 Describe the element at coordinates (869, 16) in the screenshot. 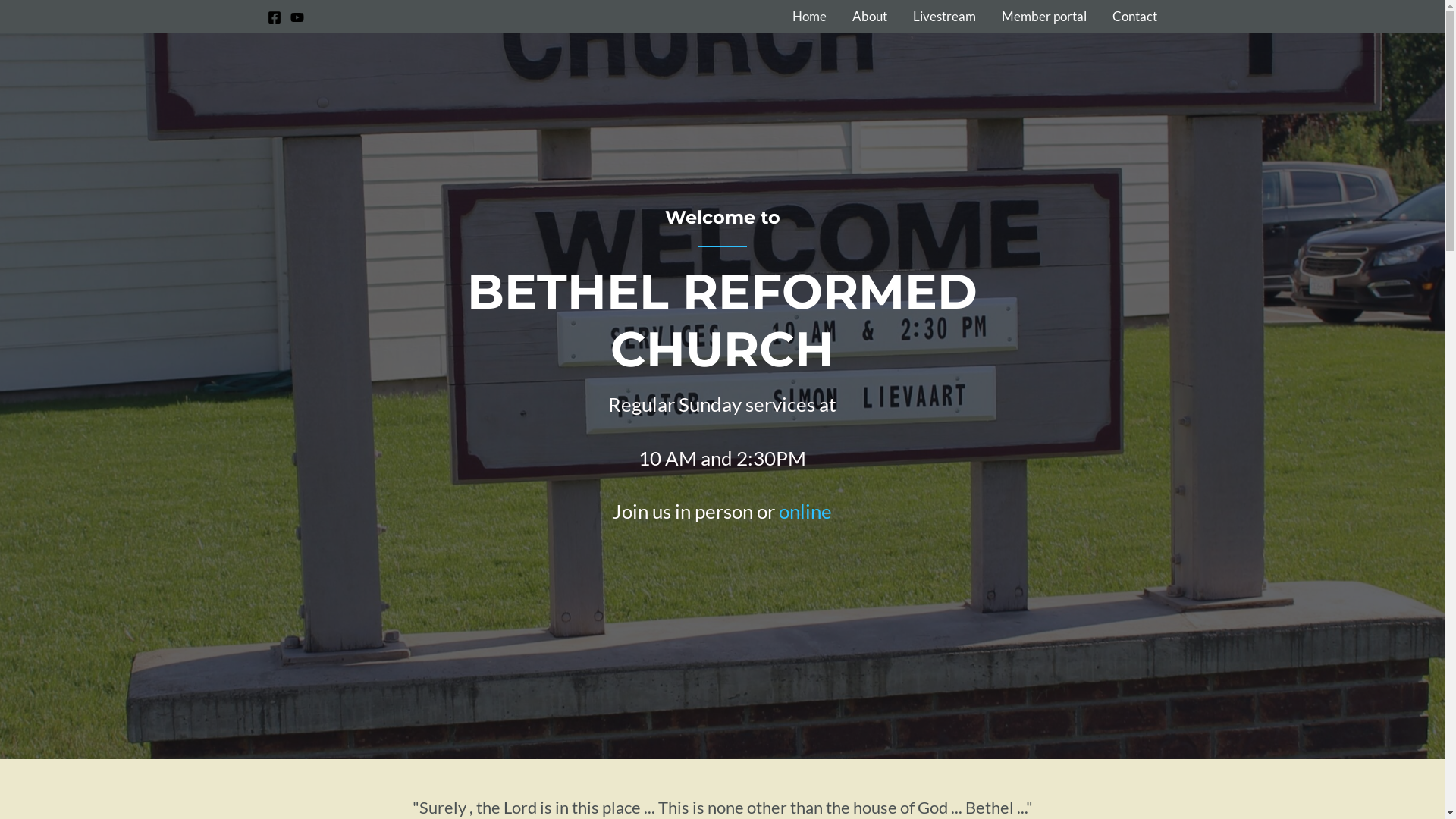

I see `'About'` at that location.